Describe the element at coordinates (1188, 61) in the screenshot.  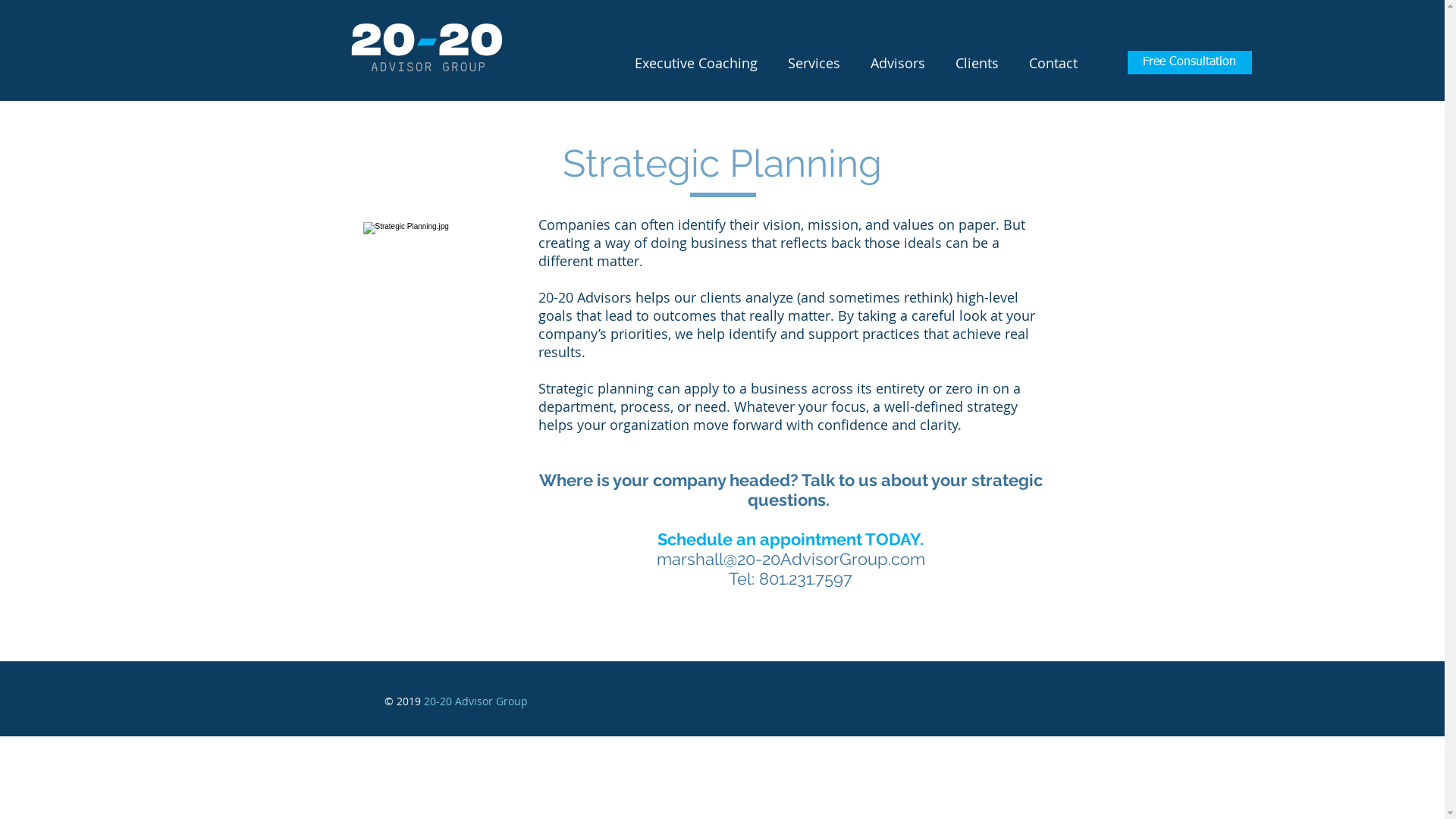
I see `'Free Consultation'` at that location.